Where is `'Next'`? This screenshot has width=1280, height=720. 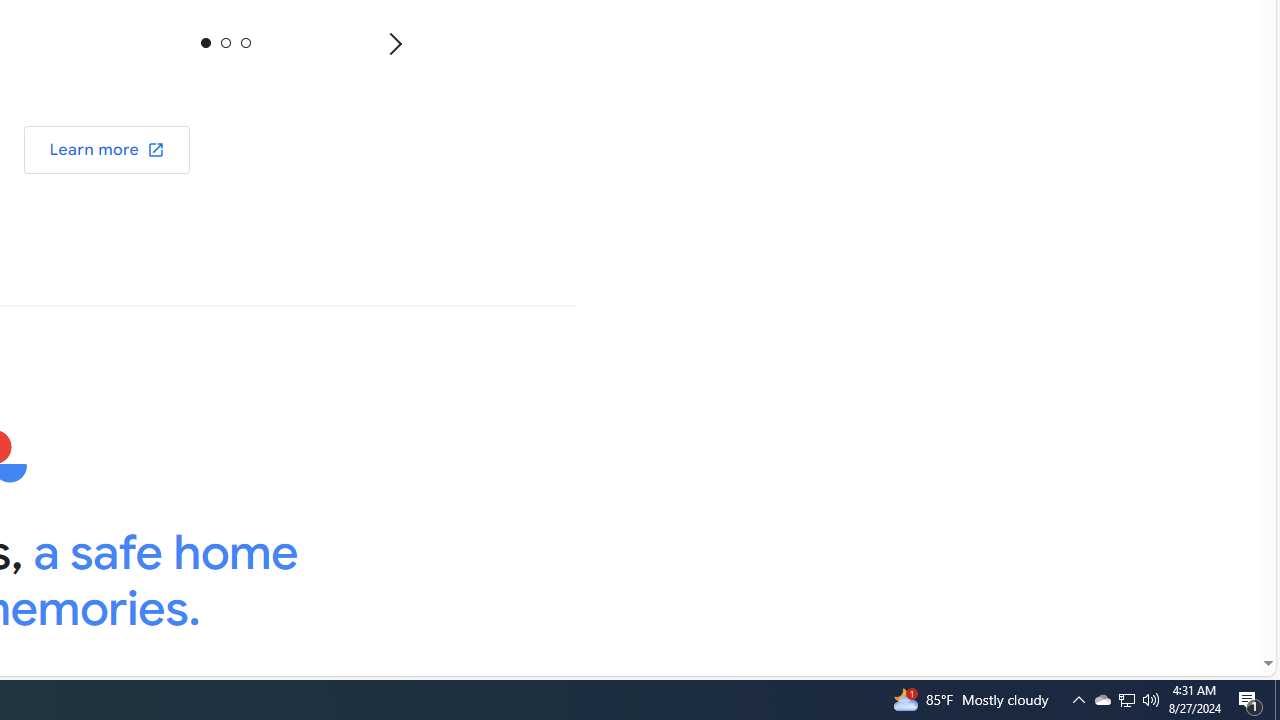
'Next' is located at coordinates (394, 43).